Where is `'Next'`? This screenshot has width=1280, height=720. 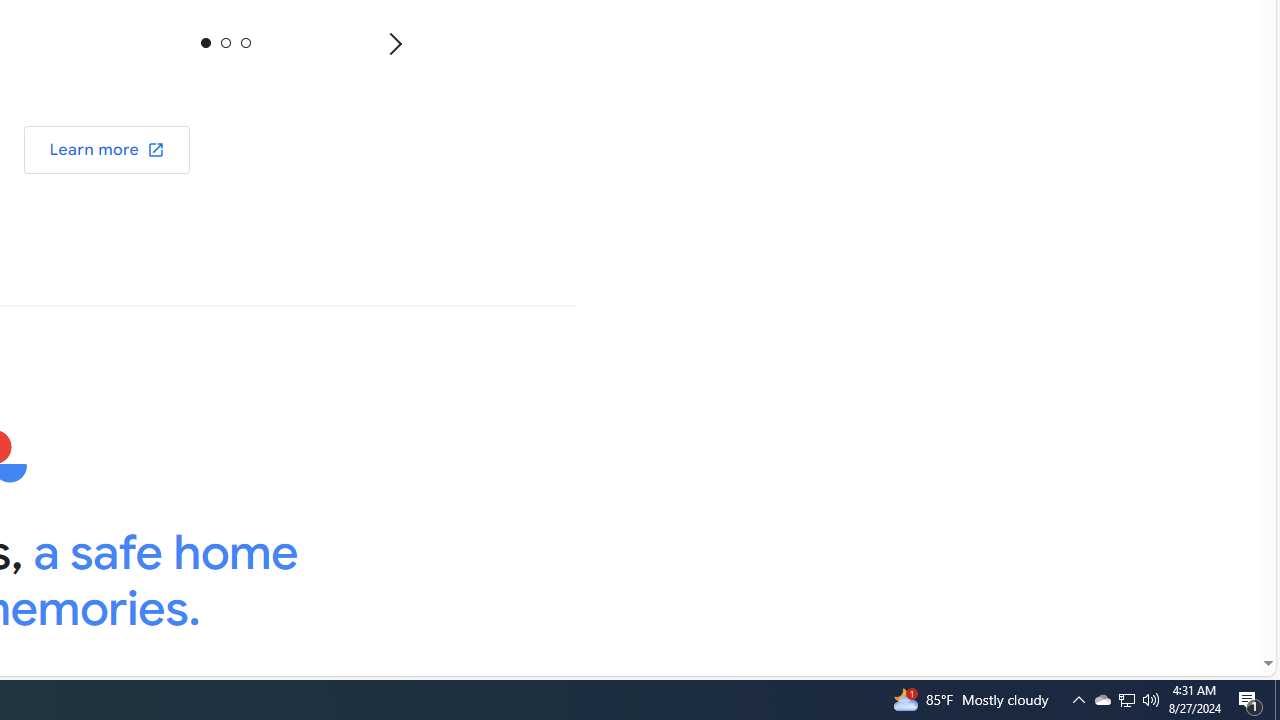
'Next' is located at coordinates (394, 43).